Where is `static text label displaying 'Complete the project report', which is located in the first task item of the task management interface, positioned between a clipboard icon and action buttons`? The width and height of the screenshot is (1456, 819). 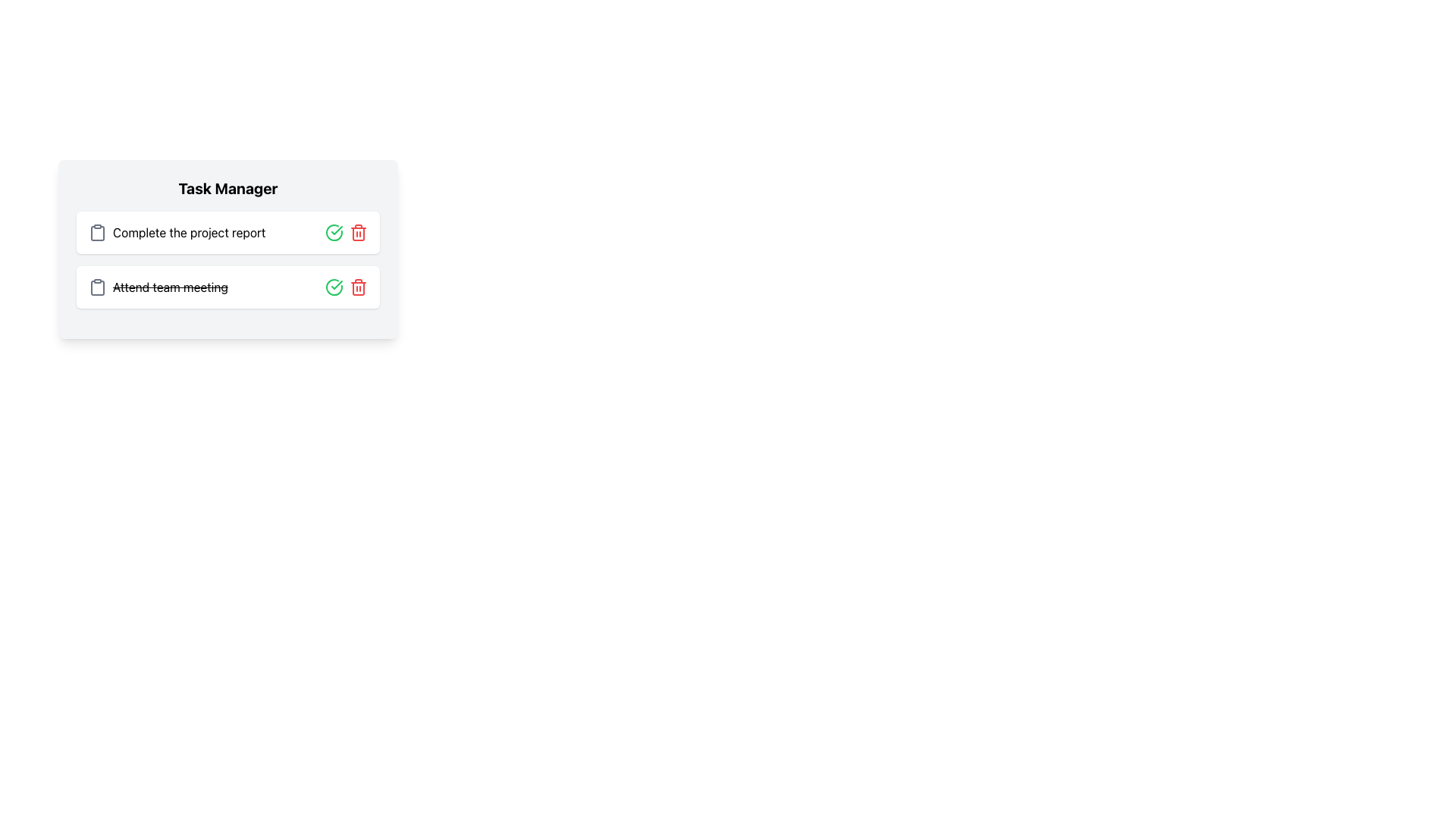 static text label displaying 'Complete the project report', which is located in the first task item of the task management interface, positioned between a clipboard icon and action buttons is located at coordinates (188, 233).